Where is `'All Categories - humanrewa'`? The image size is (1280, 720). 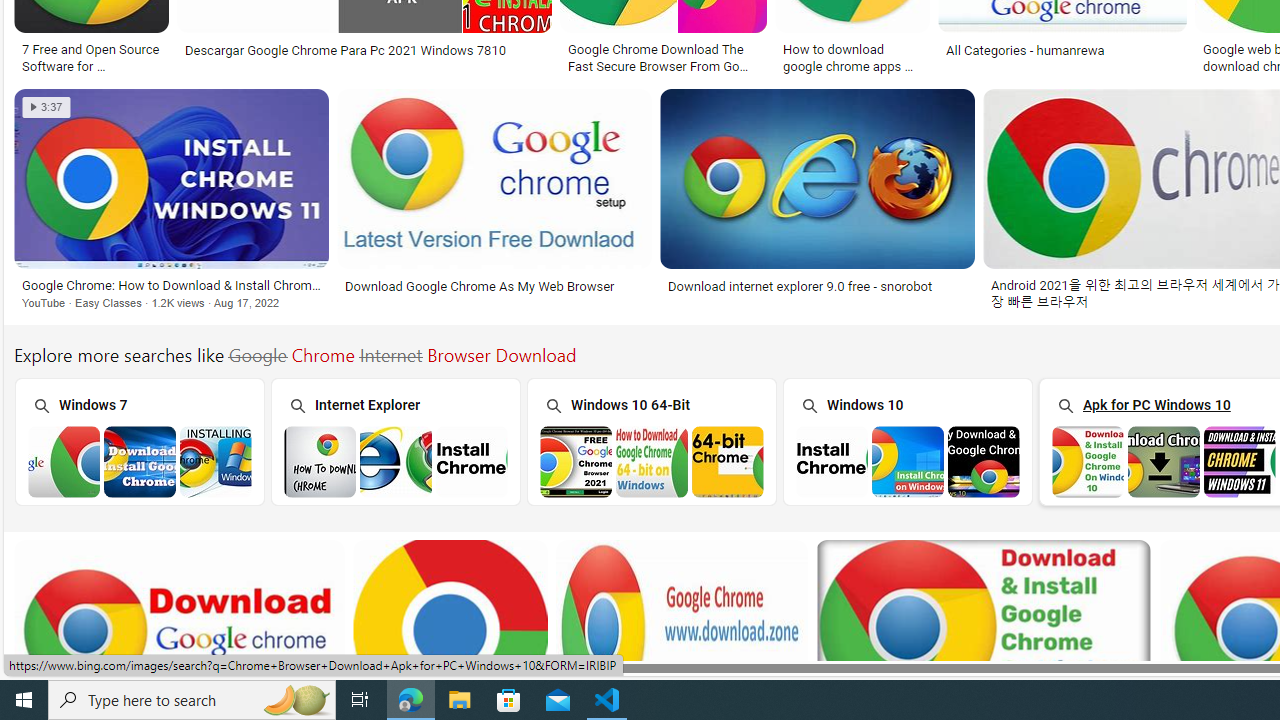 'All Categories - humanrewa' is located at coordinates (1025, 49).